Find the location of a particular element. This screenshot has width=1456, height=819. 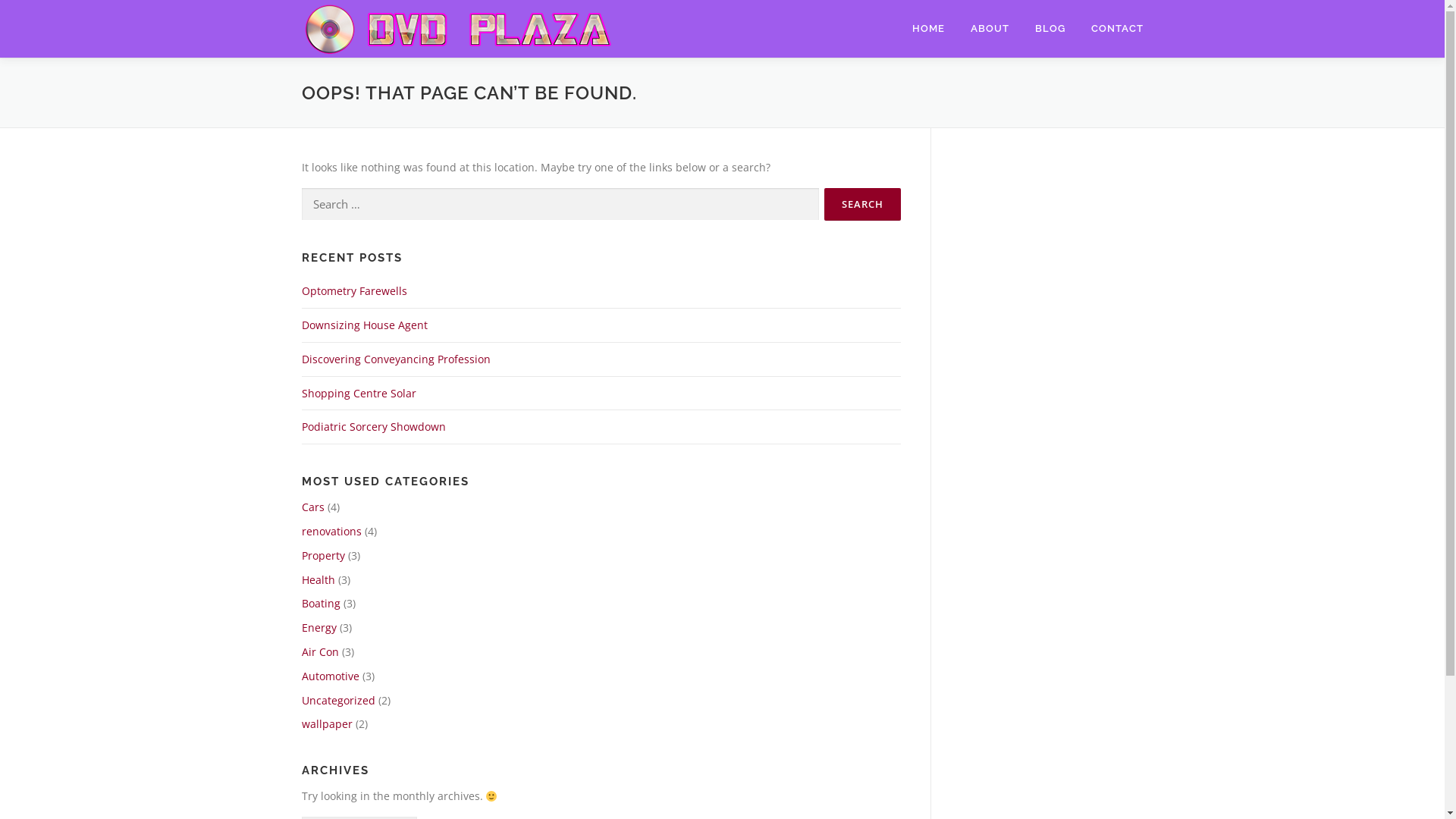

'BLOG' is located at coordinates (1050, 28).